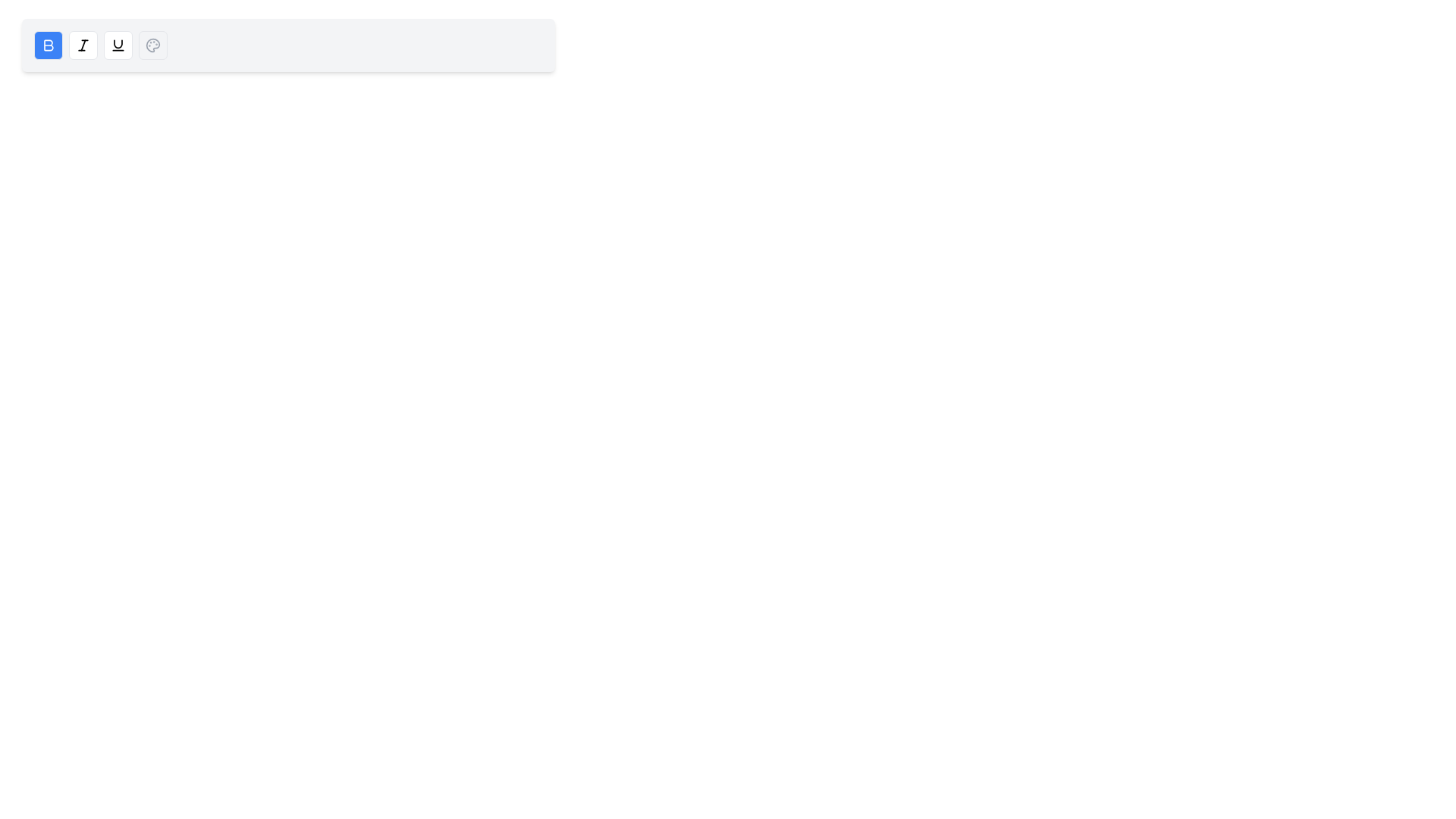 The width and height of the screenshot is (1456, 819). I want to click on the italic 'I' button located between the 'B' and 'U' buttons, so click(83, 45).